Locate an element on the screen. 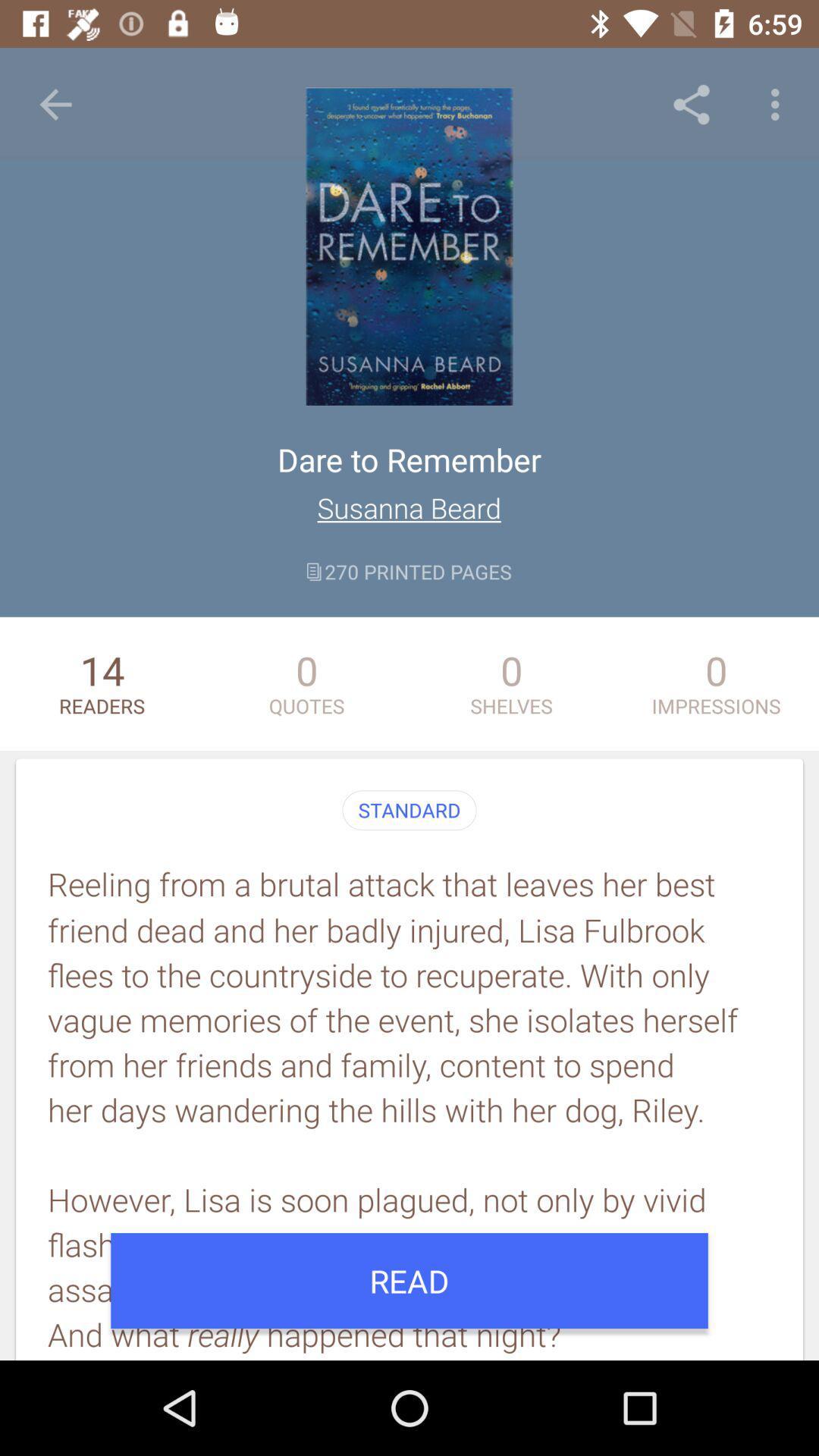 This screenshot has height=1456, width=819. the icon at the top left corner is located at coordinates (55, 104).